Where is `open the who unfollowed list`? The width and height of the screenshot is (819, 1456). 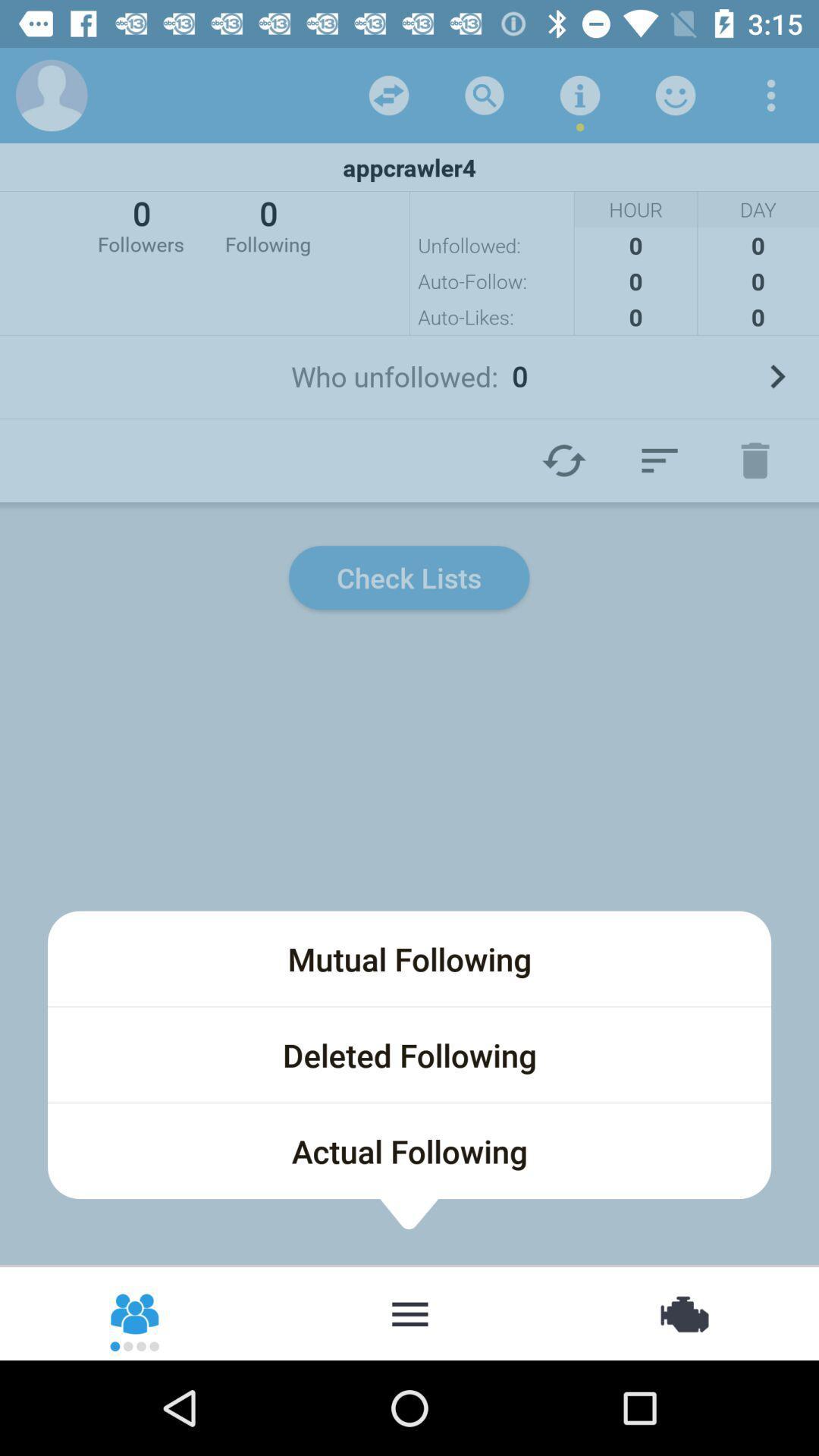 open the who unfollowed list is located at coordinates (777, 376).